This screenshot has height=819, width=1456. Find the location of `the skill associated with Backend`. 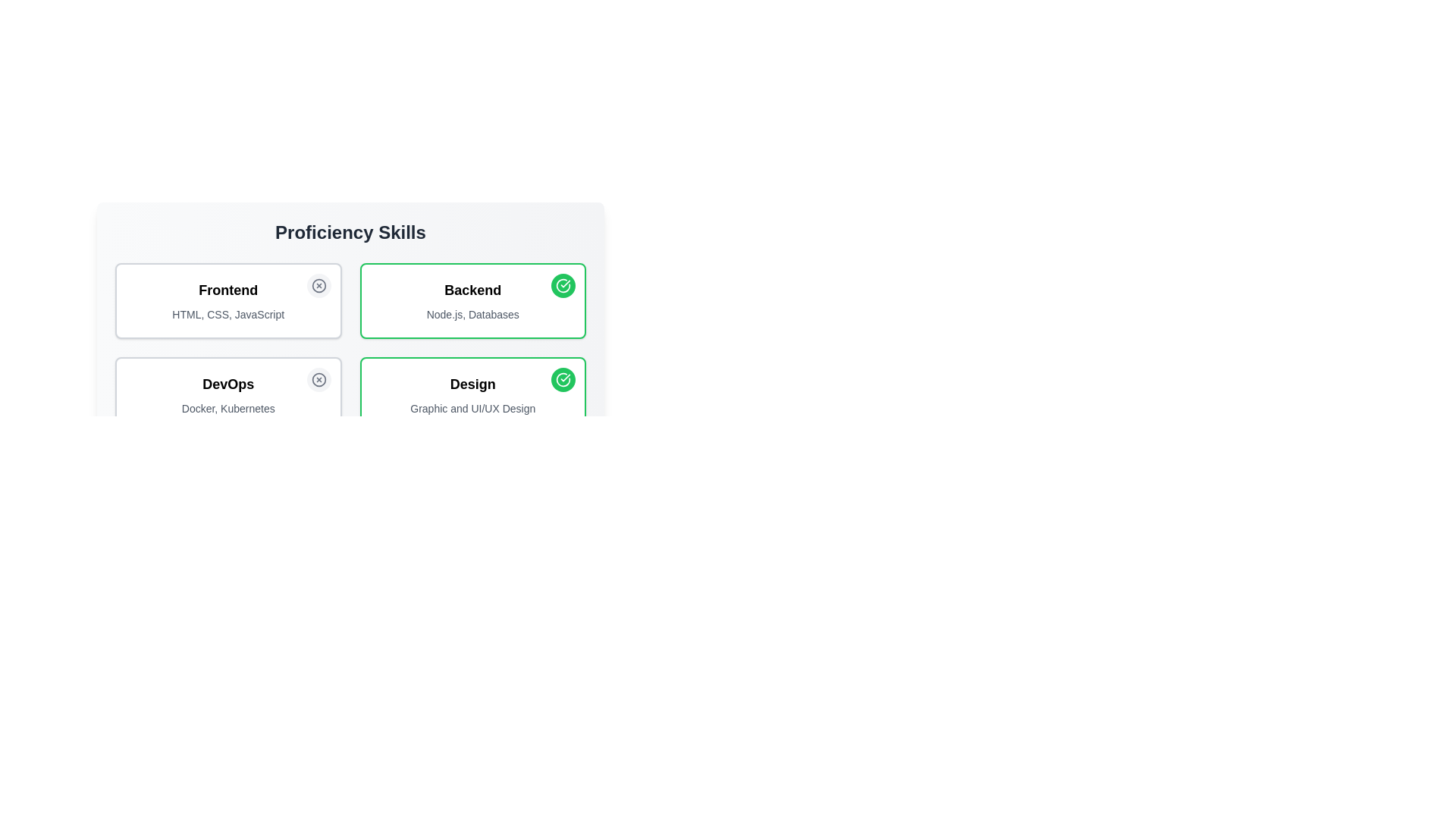

the skill associated with Backend is located at coordinates (563, 286).